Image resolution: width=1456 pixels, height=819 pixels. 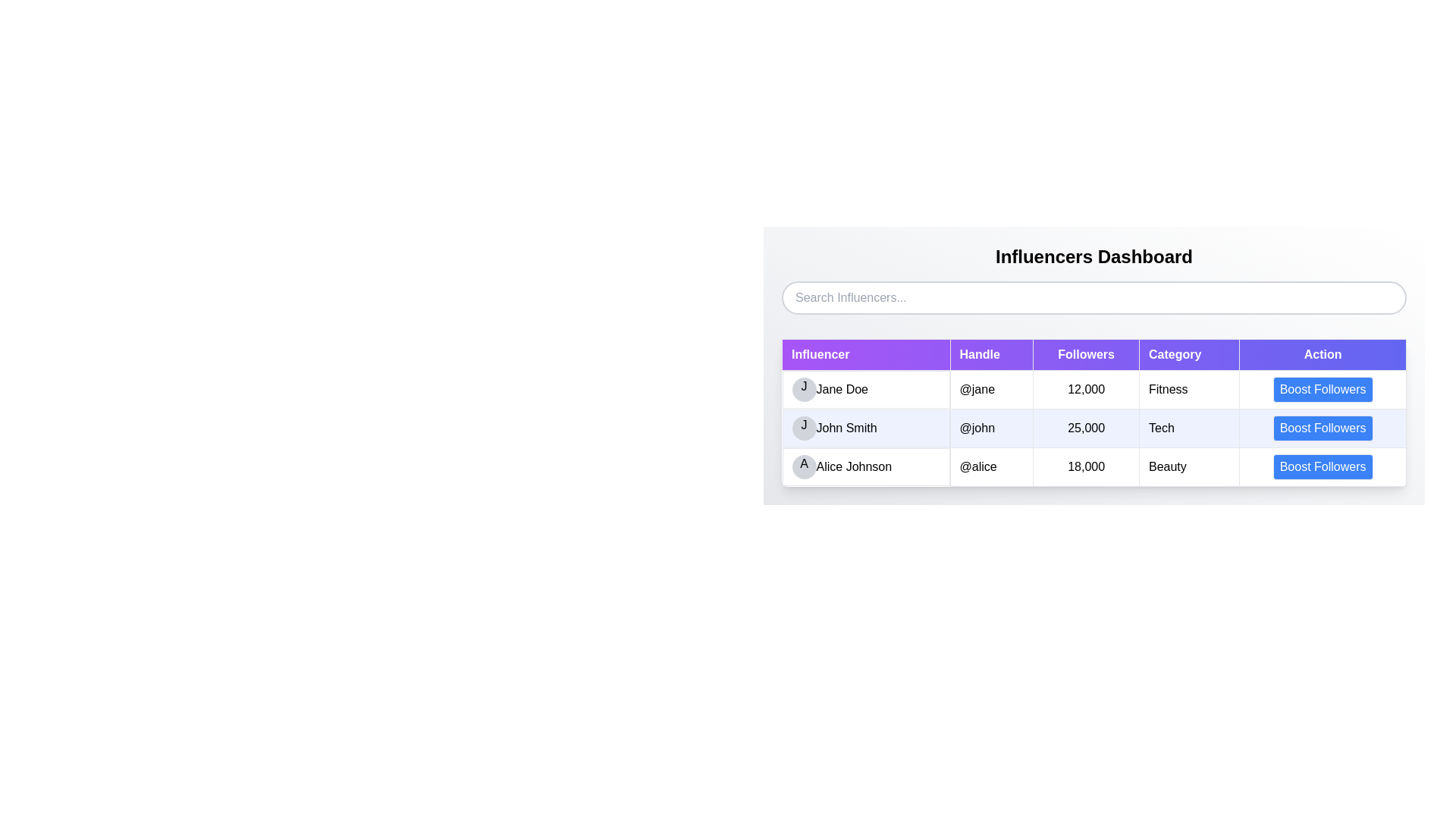 I want to click on the Profile icon or user avatar placeholder representing 'Jane Doe' in the 'Influencer' row, located to the immediate left of her name, so click(x=803, y=388).